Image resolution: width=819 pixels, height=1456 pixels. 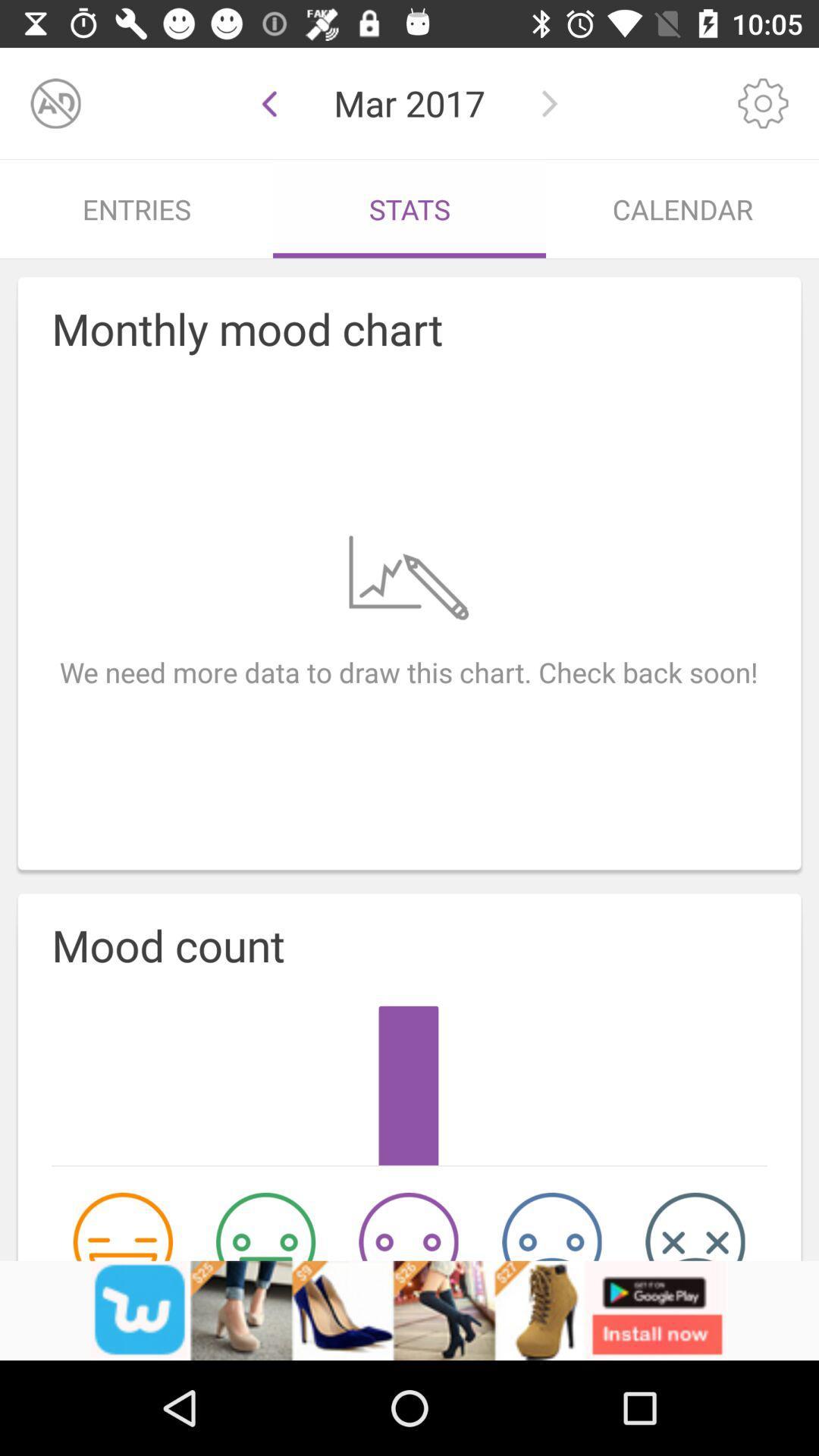 What do you see at coordinates (268, 102) in the screenshot?
I see `the arrow_backward icon` at bounding box center [268, 102].